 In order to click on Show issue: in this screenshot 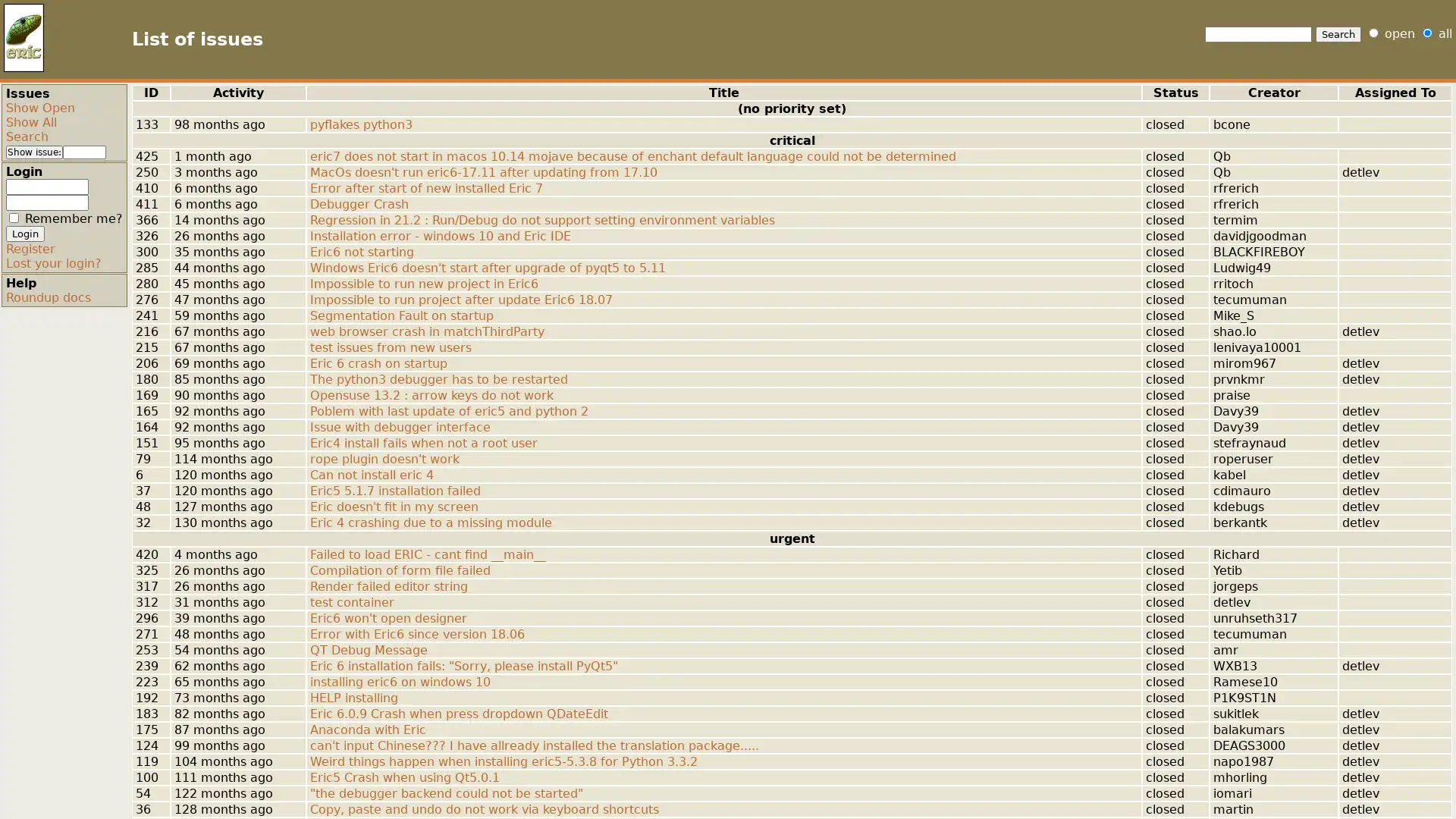, I will do `click(34, 152)`.